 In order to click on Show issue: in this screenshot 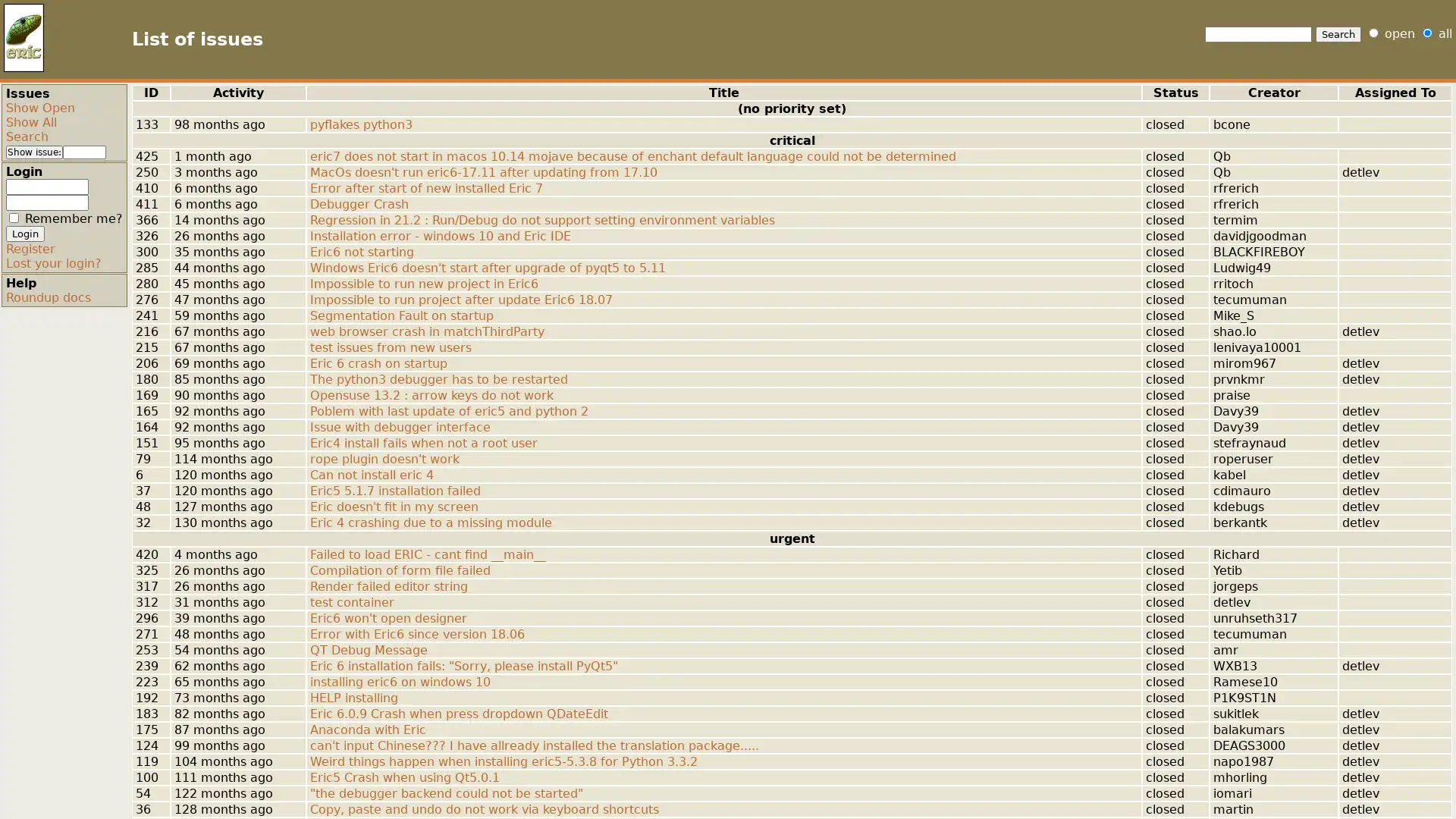, I will do `click(34, 152)`.